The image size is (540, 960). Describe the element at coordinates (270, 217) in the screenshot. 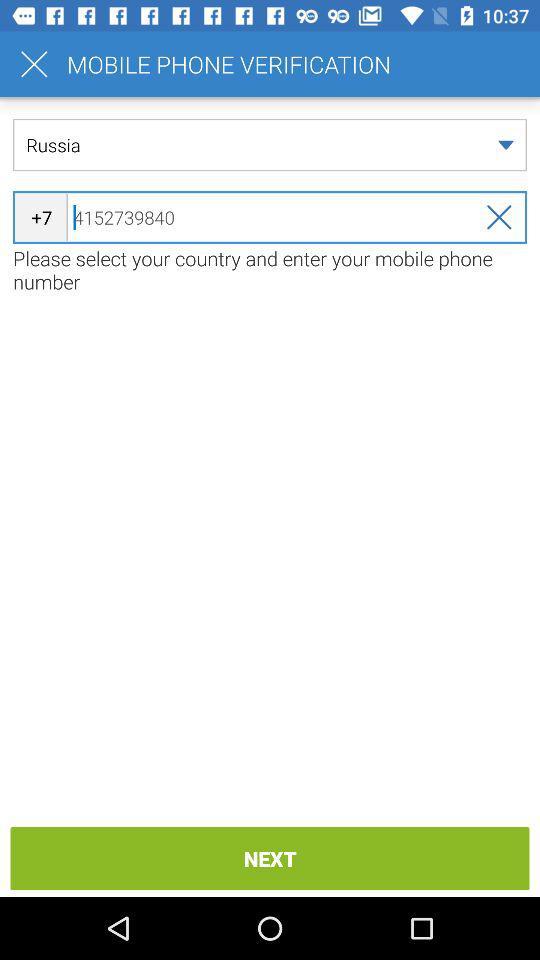

I see `4152739840 item` at that location.